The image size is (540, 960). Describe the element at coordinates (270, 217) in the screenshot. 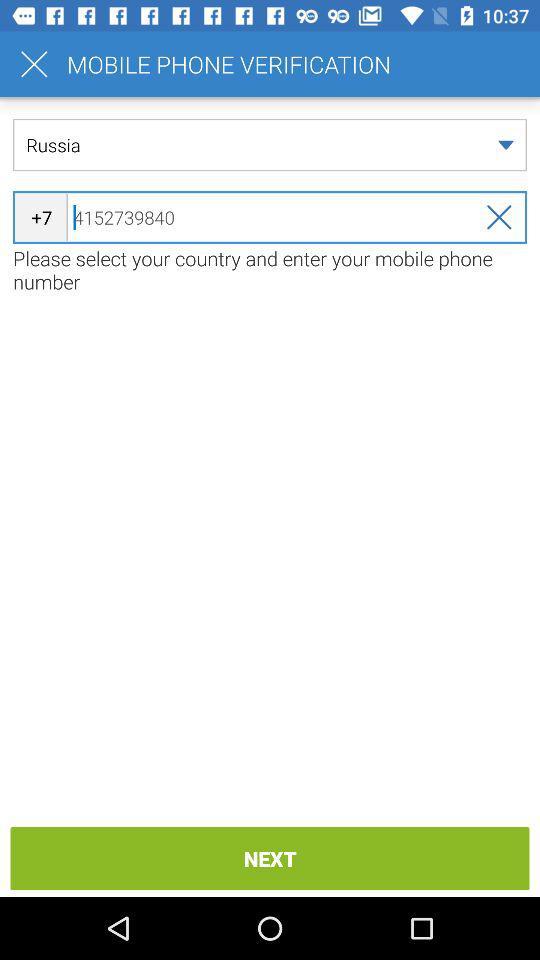

I see `4152739840 item` at that location.